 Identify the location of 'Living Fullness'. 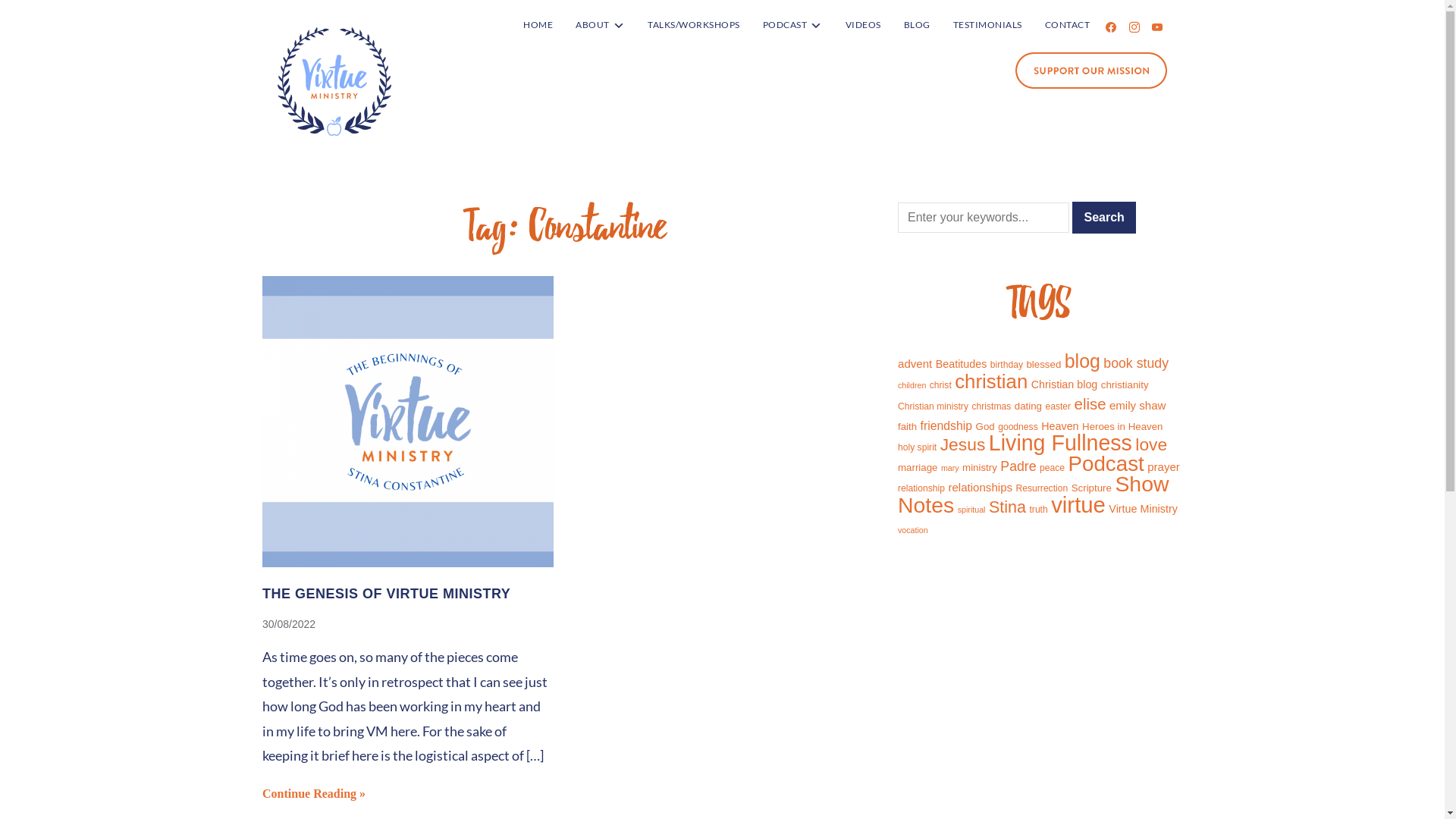
(1059, 442).